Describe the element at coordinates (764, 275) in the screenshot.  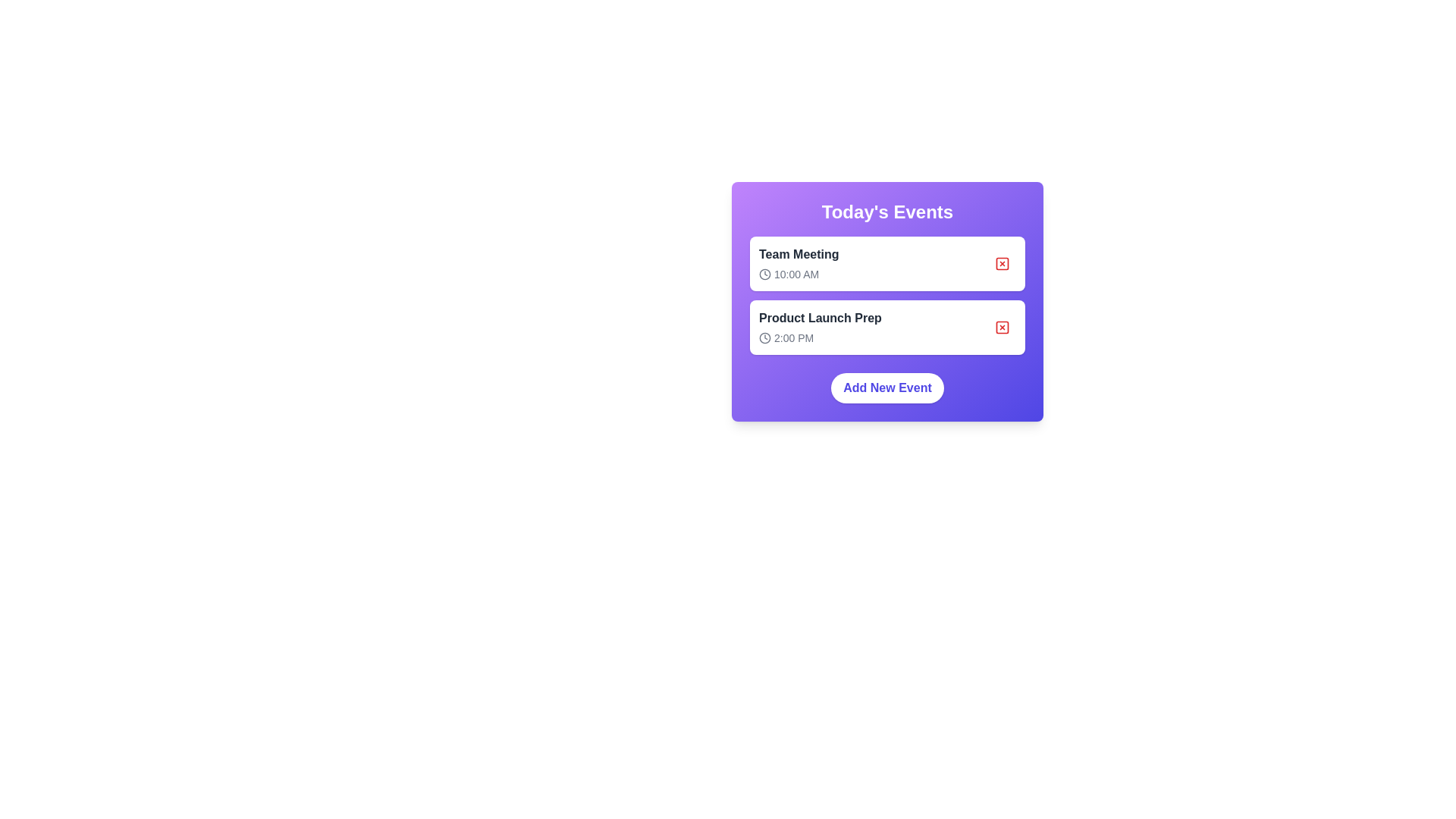
I see `the decorative clock icon positioned to the left of the text '10:00 AM' in the scheduled events list` at that location.